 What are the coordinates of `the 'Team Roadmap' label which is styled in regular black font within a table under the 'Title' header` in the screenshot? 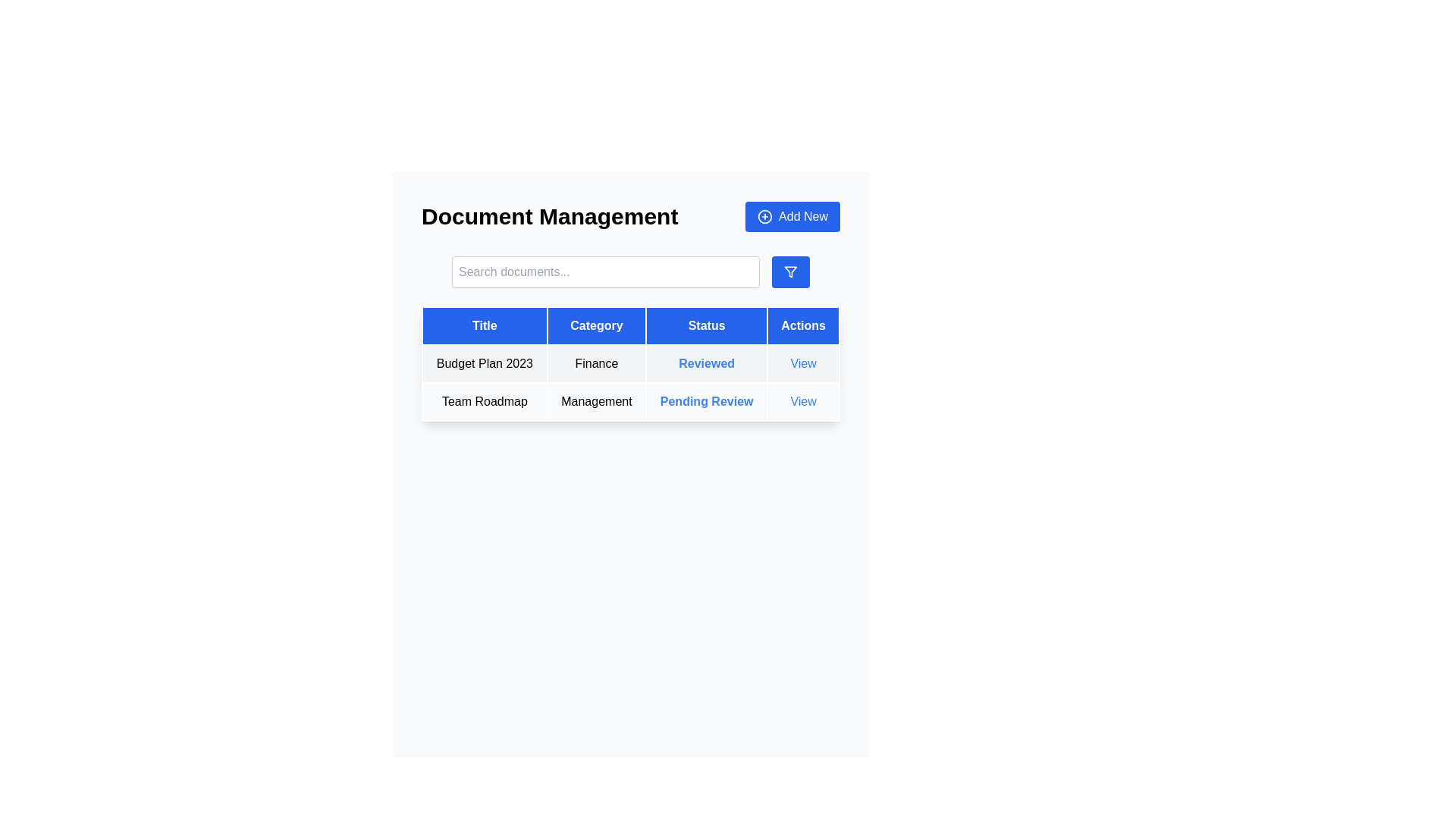 It's located at (484, 400).